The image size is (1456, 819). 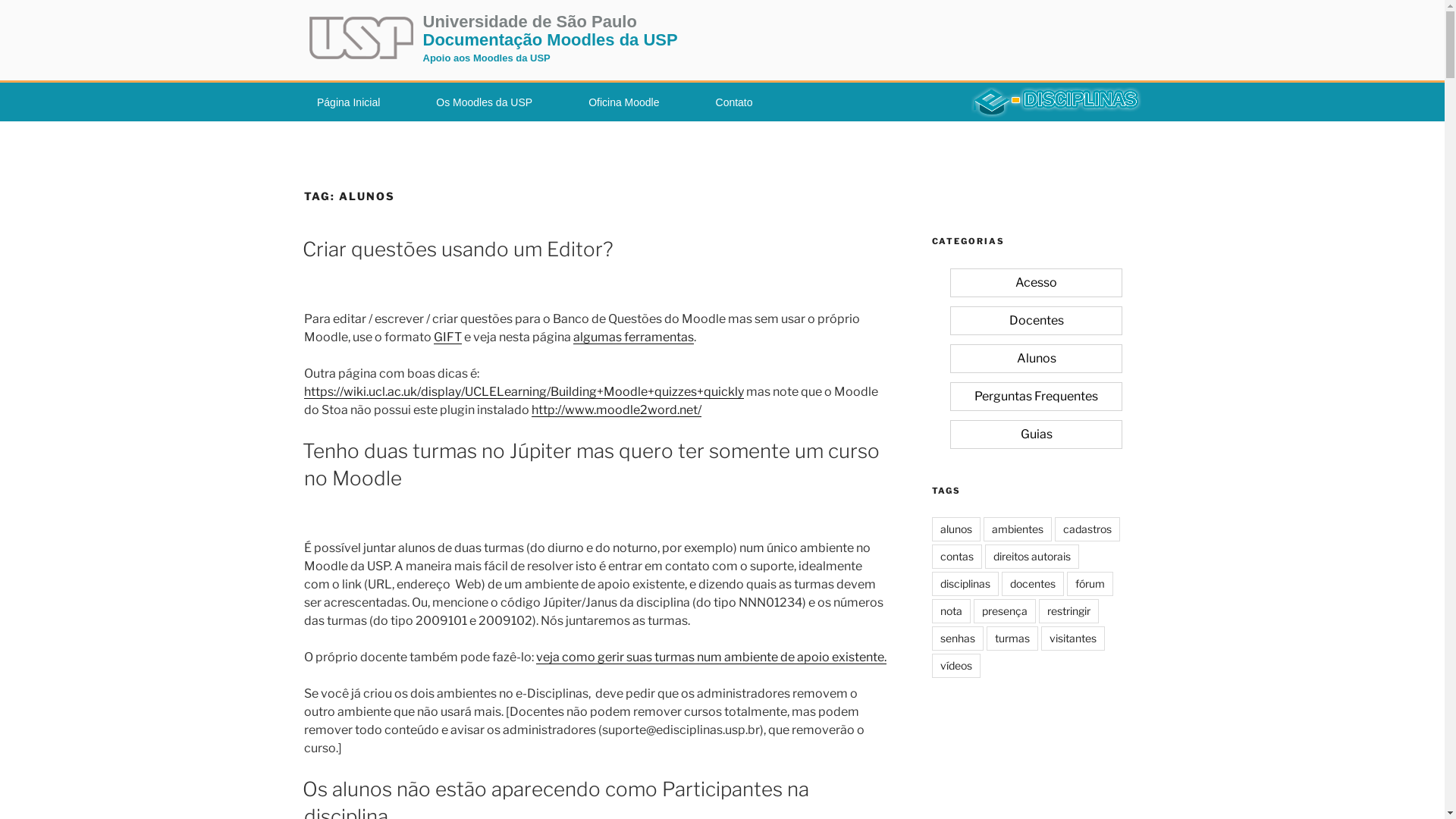 What do you see at coordinates (633, 336) in the screenshot?
I see `'algumas ferramentas'` at bounding box center [633, 336].